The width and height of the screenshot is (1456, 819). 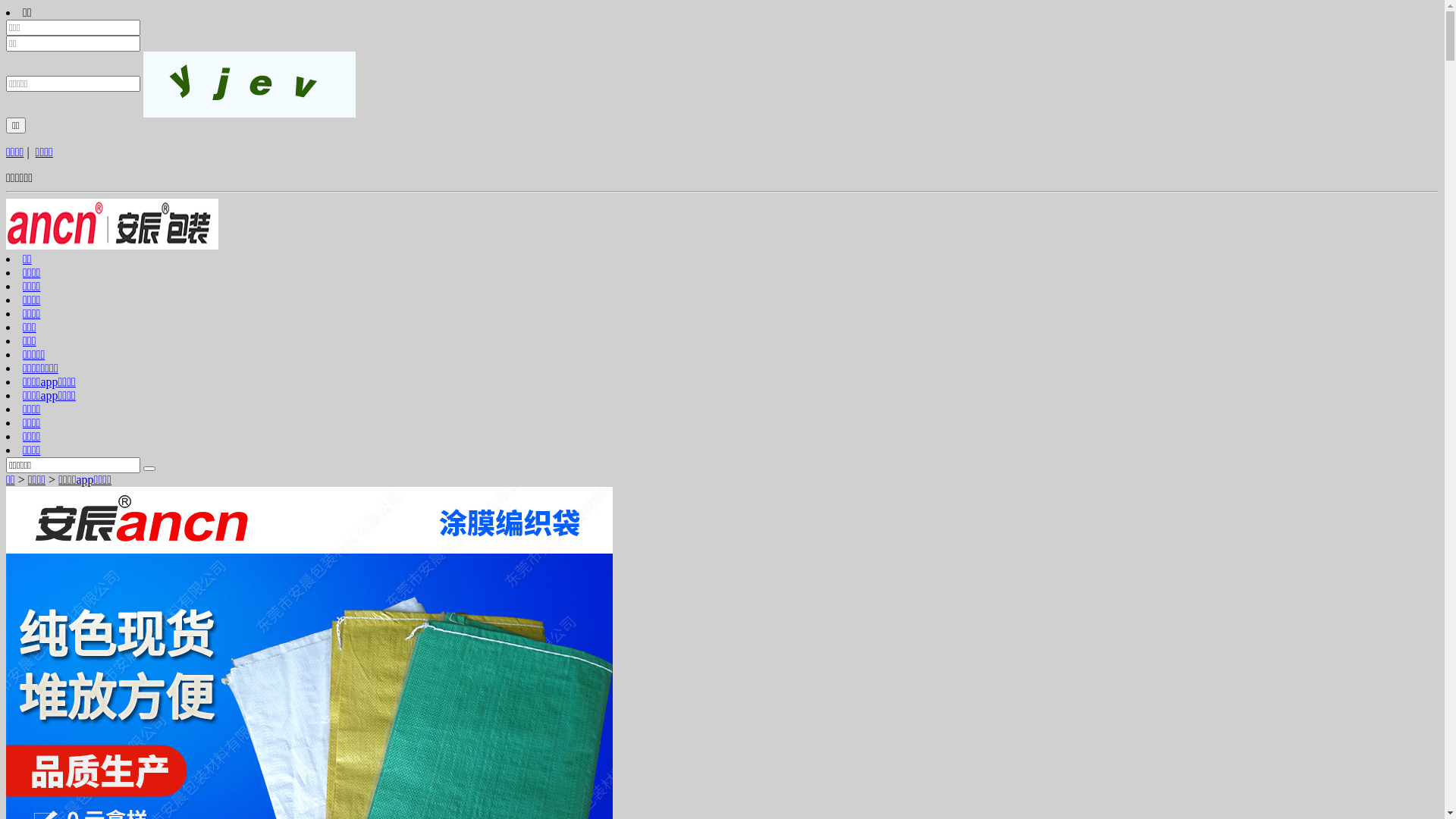 I want to click on 'Search', so click(x=143, y=467).